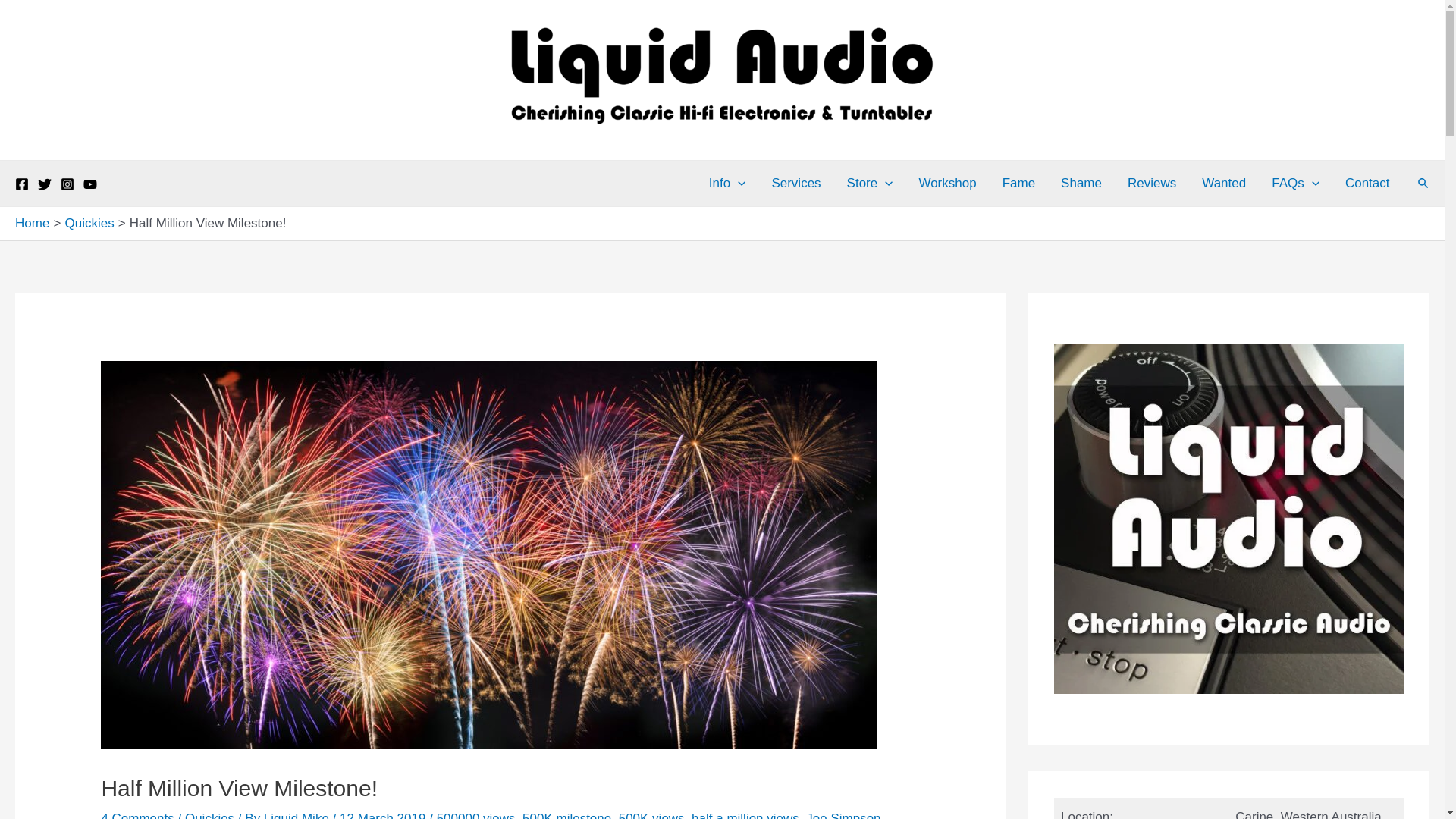  What do you see at coordinates (32, 223) in the screenshot?
I see `'Home'` at bounding box center [32, 223].